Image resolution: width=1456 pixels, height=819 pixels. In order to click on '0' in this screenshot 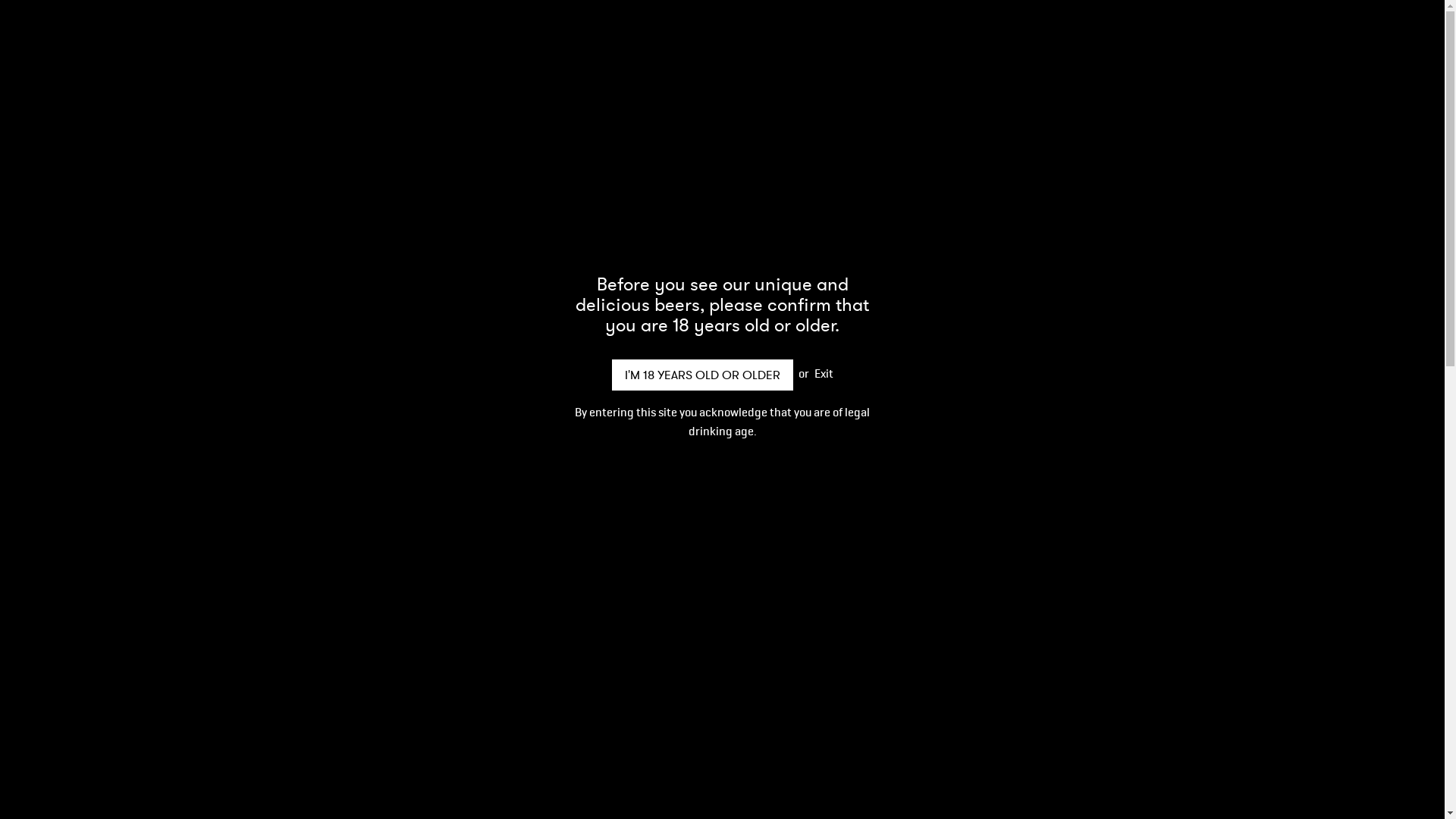, I will do `click(1379, 49)`.